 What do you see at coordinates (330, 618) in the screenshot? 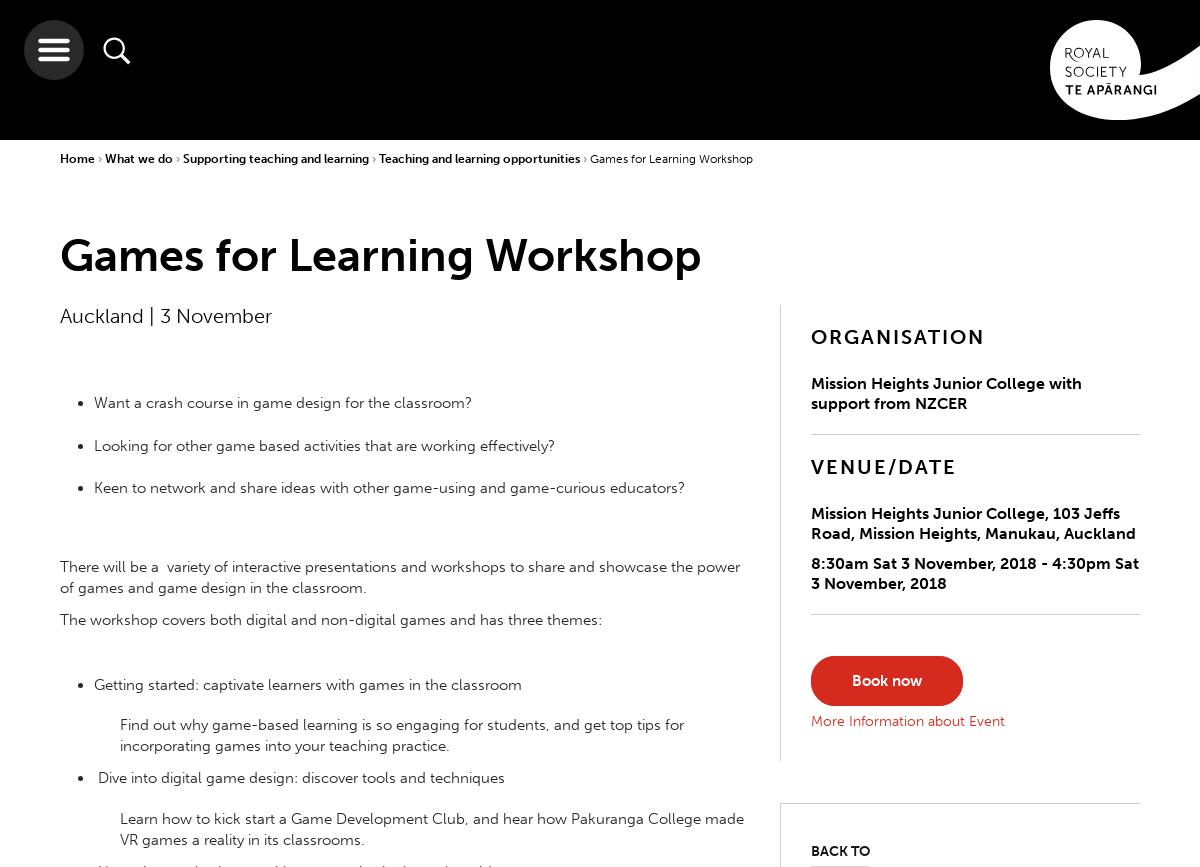
I see `'The workshop covers both digital and non-digital games and has three themes:'` at bounding box center [330, 618].